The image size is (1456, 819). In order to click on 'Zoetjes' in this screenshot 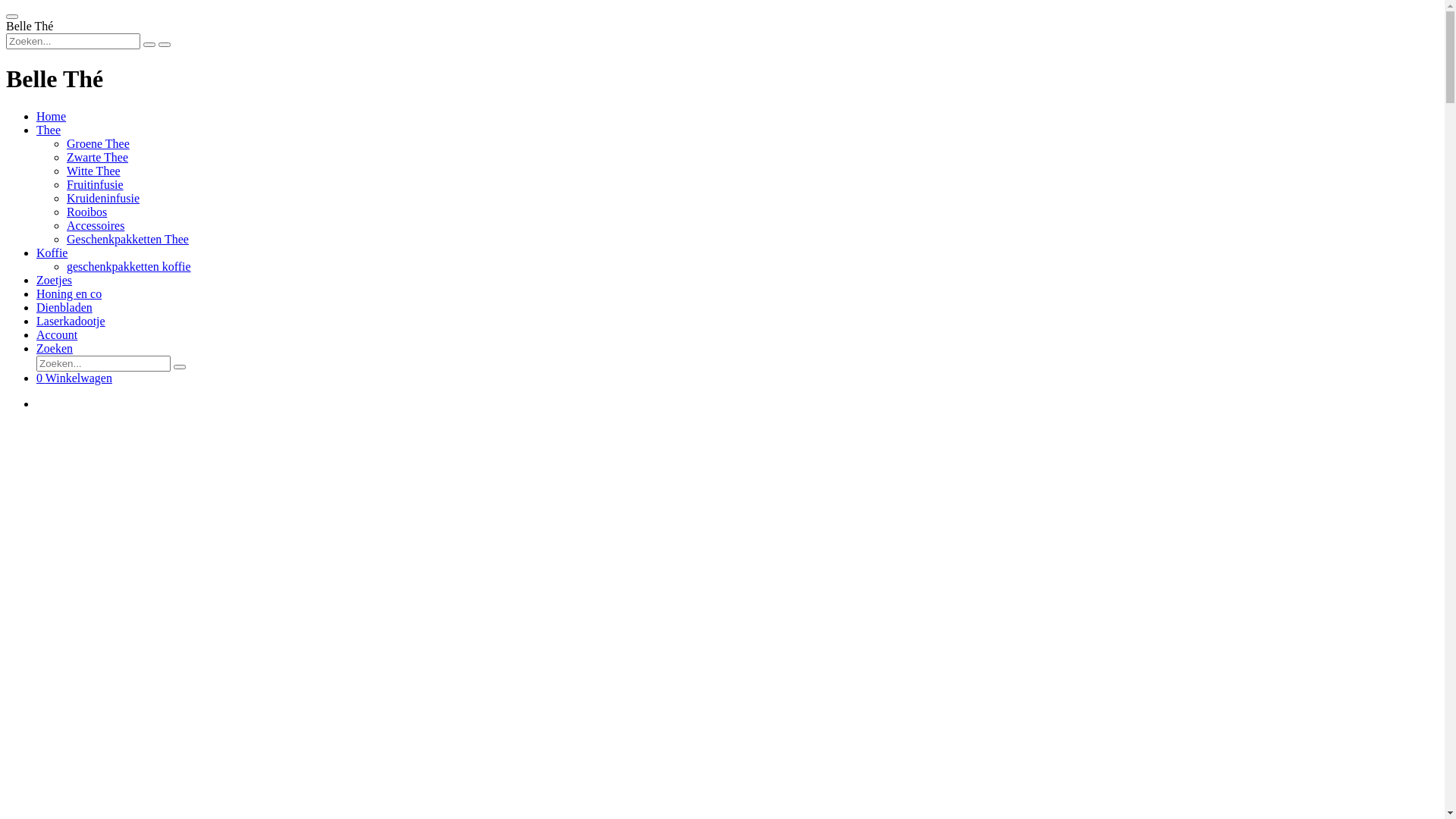, I will do `click(36, 280)`.